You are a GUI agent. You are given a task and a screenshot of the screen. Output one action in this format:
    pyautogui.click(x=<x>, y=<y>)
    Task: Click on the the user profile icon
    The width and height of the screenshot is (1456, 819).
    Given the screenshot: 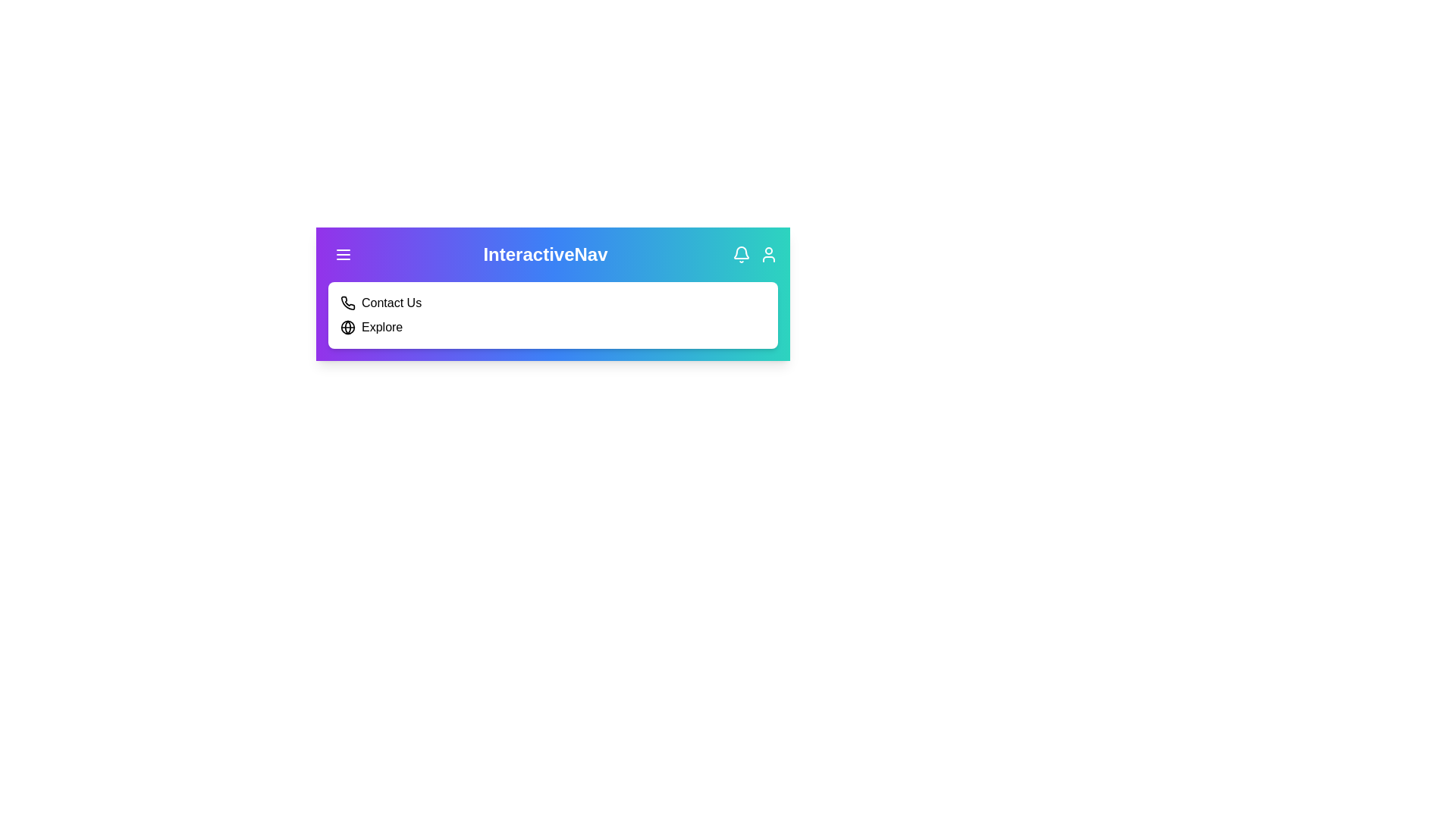 What is the action you would take?
    pyautogui.click(x=768, y=253)
    